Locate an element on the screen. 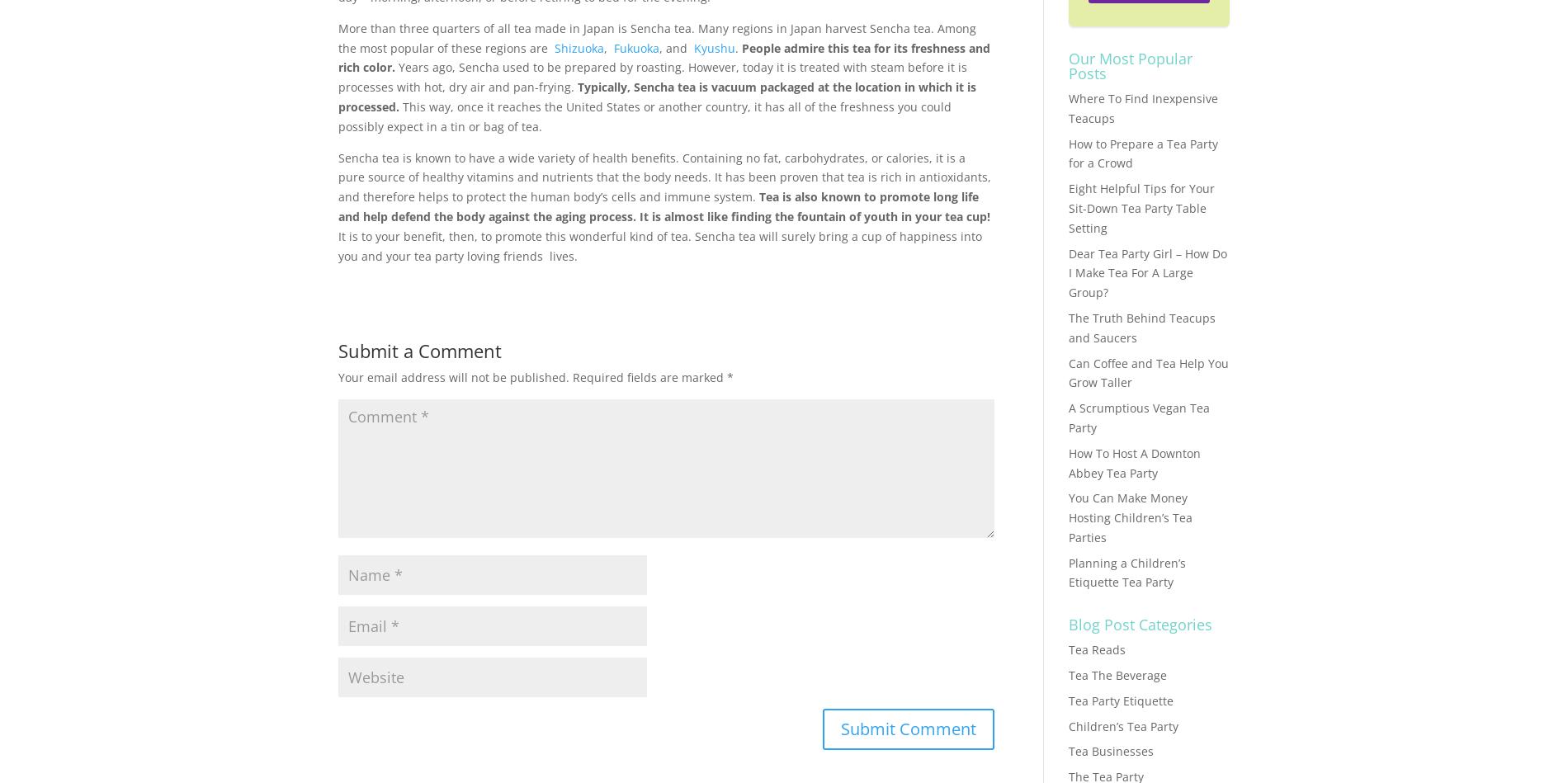 This screenshot has width=1568, height=783. ',' is located at coordinates (607, 47).